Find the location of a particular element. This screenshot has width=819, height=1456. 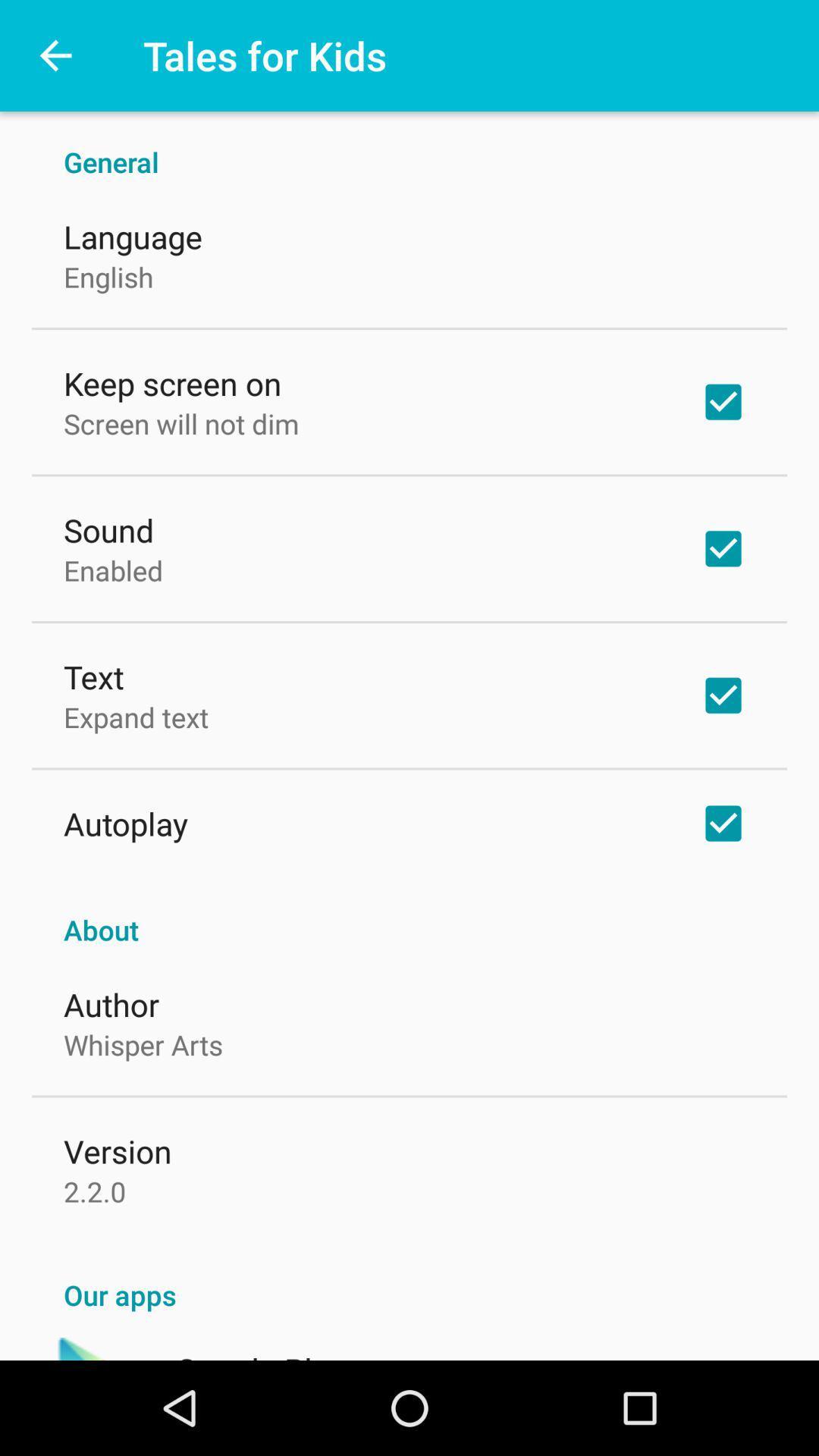

the icon below about is located at coordinates (110, 1004).